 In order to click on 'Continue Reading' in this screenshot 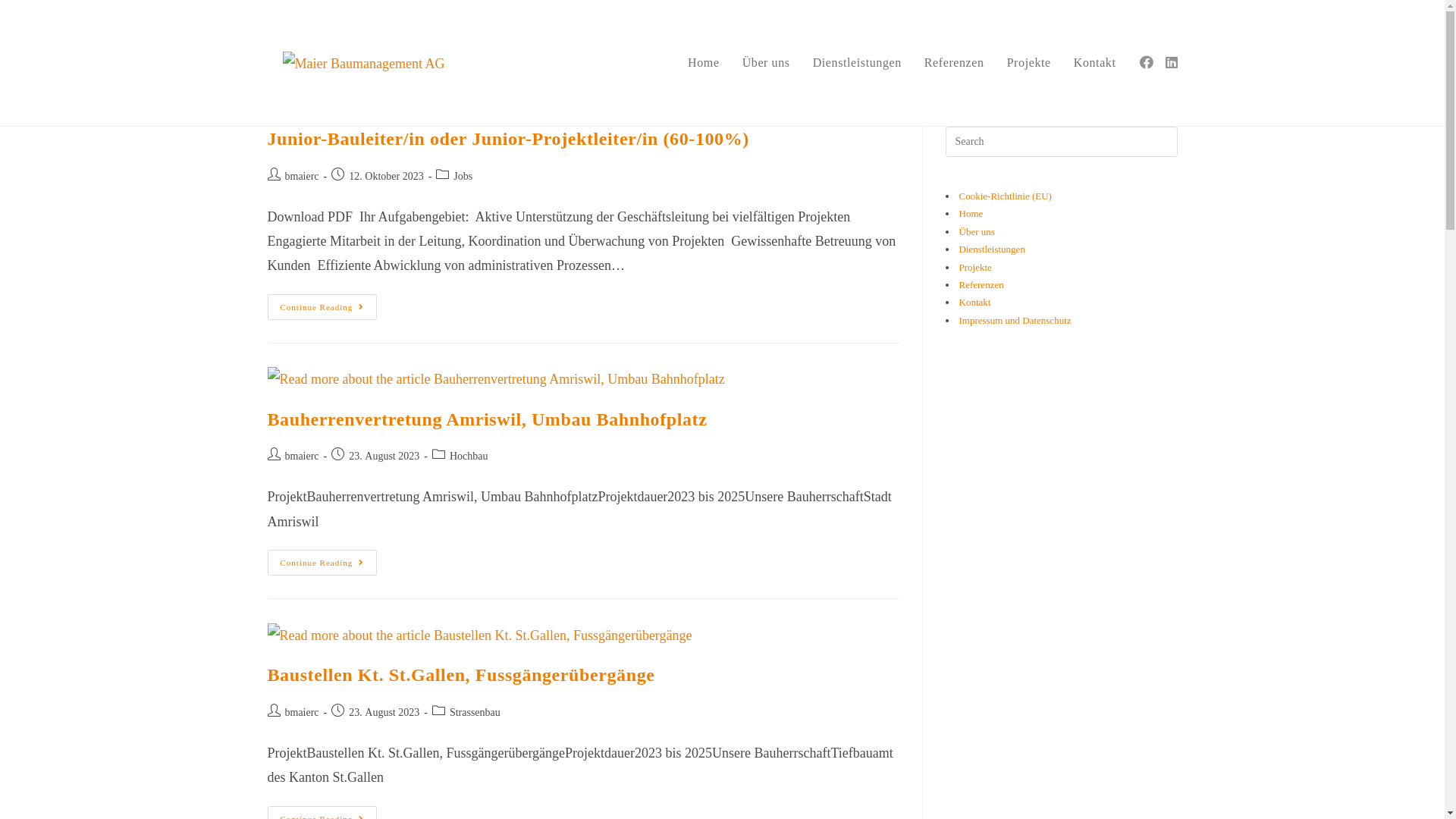, I will do `click(321, 562)`.